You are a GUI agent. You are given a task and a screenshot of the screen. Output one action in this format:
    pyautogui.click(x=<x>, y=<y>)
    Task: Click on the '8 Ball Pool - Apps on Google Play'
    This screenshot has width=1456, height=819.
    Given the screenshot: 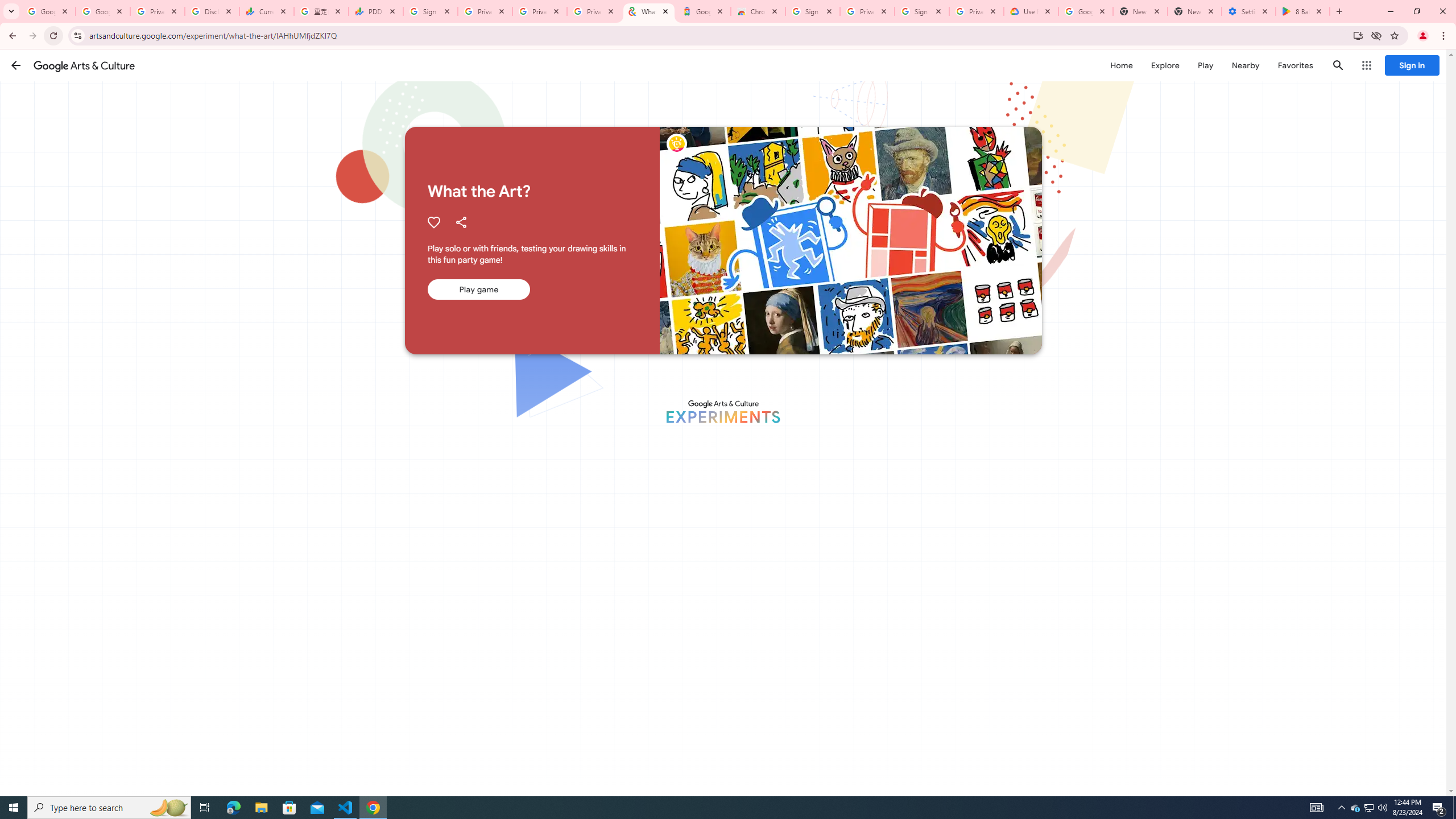 What is the action you would take?
    pyautogui.click(x=1302, y=11)
    